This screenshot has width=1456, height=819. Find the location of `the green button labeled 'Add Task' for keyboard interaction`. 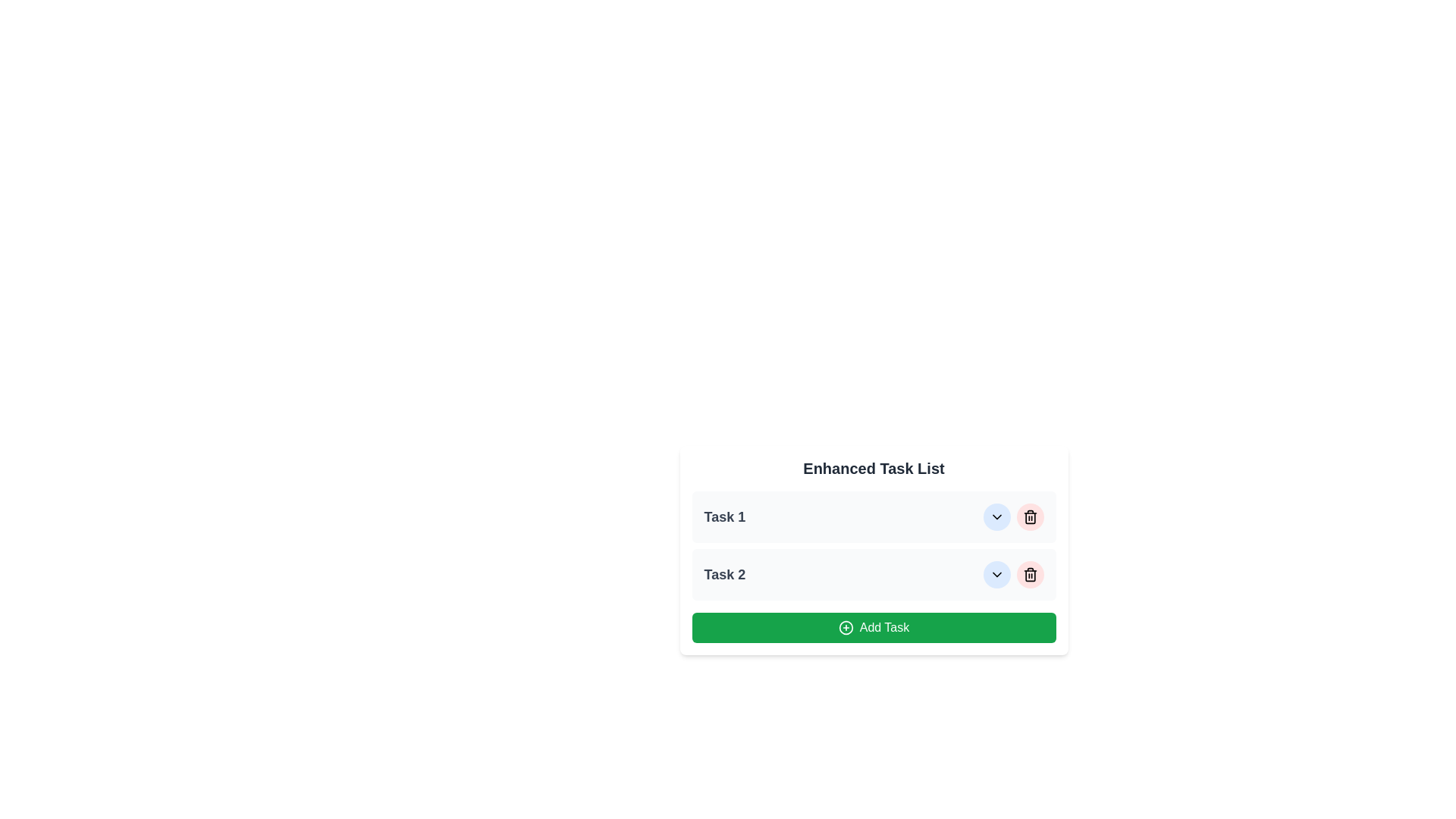

the green button labeled 'Add Task' for keyboard interaction is located at coordinates (874, 628).